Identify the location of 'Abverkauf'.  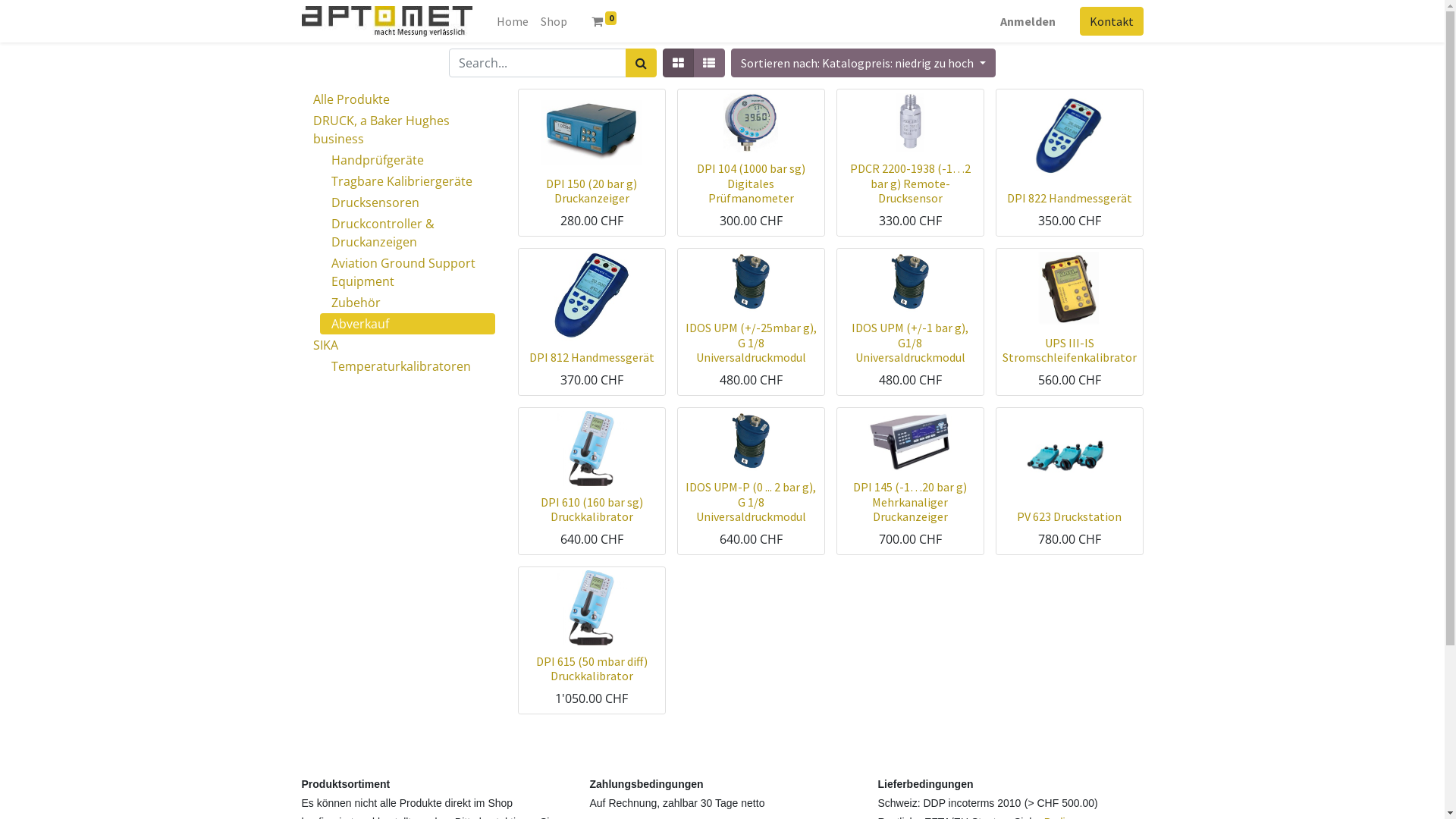
(407, 323).